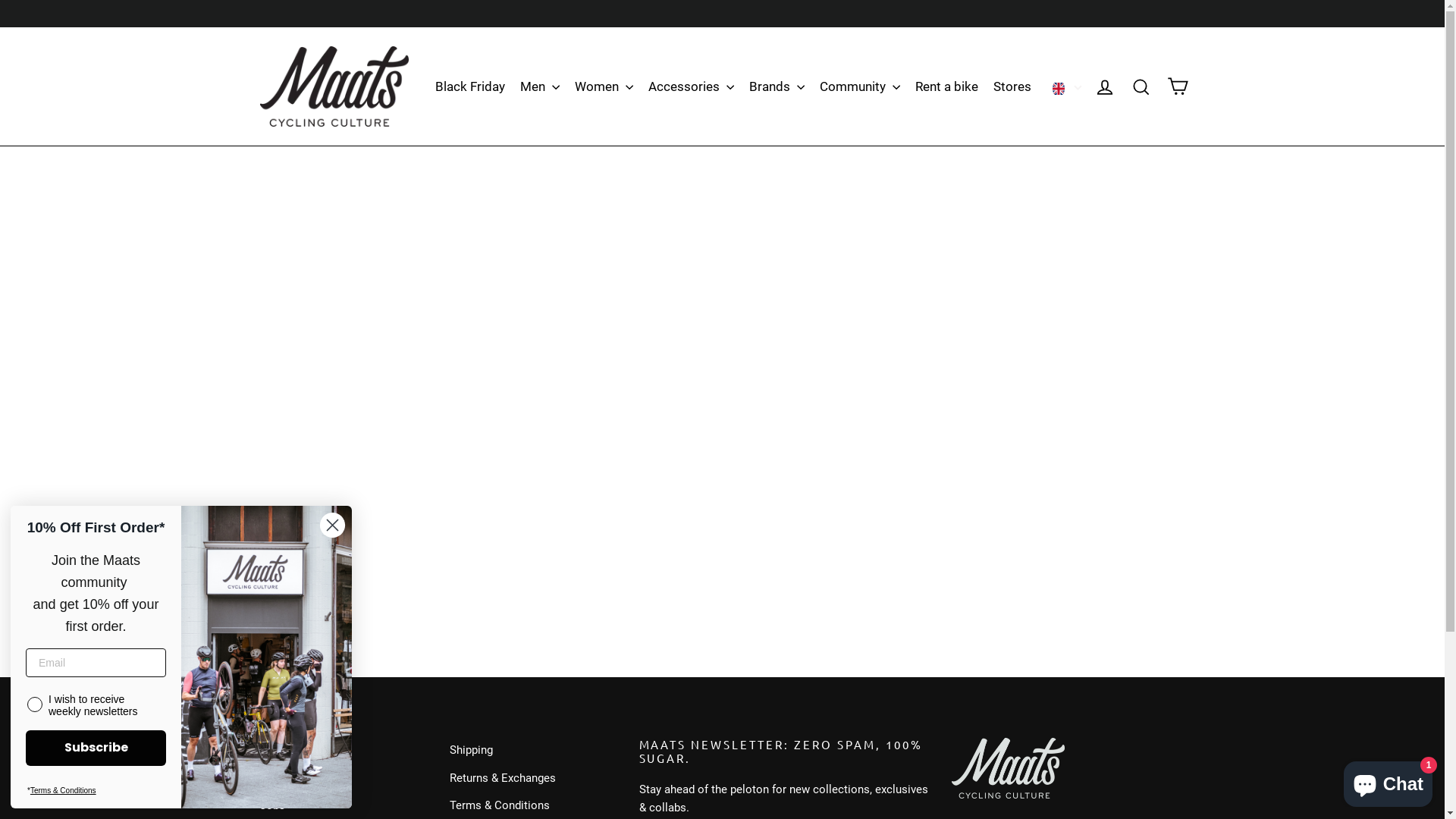  I want to click on 'Men', so click(539, 86).